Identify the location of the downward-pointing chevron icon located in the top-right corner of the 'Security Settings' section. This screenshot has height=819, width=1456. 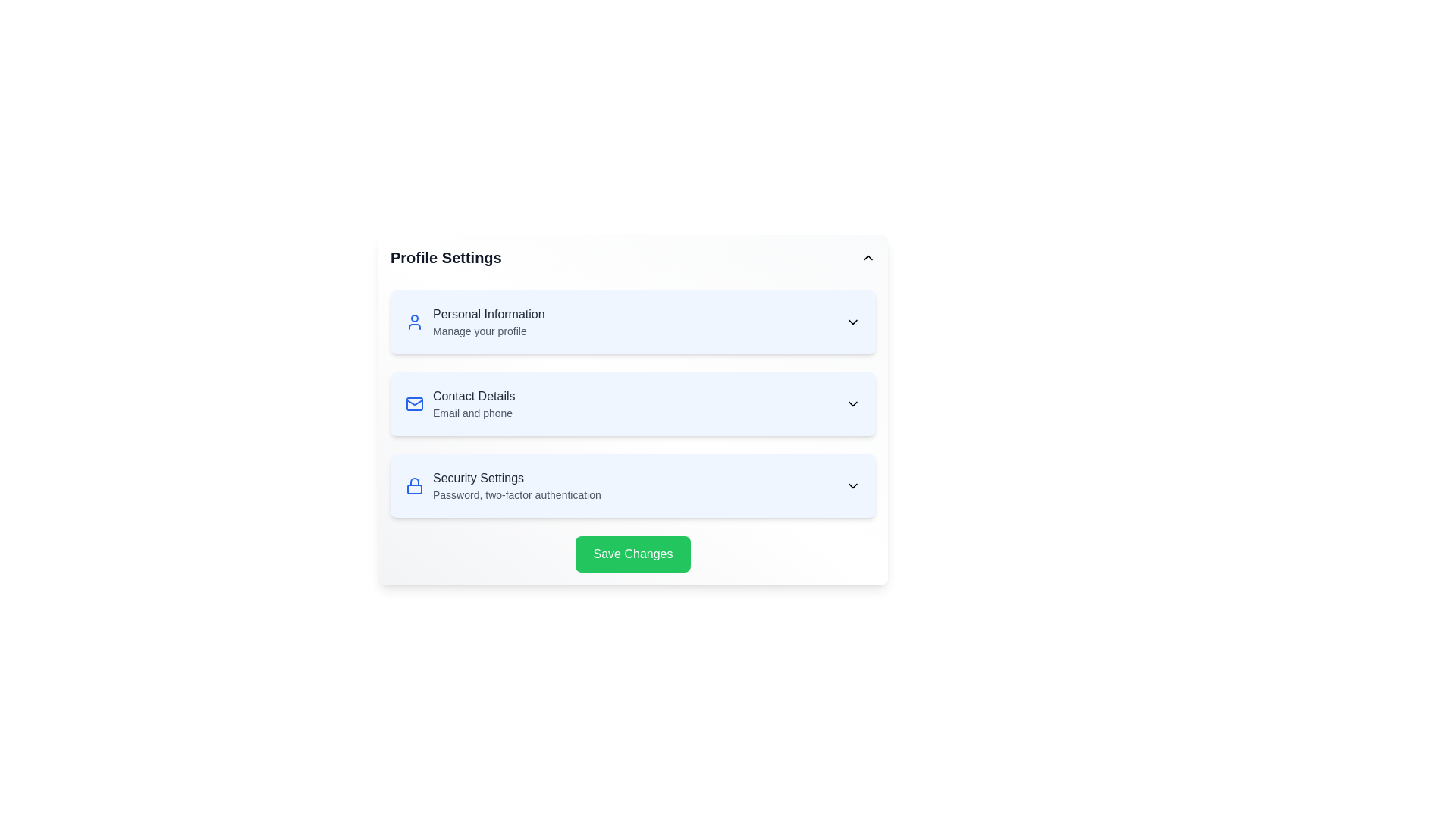
(852, 485).